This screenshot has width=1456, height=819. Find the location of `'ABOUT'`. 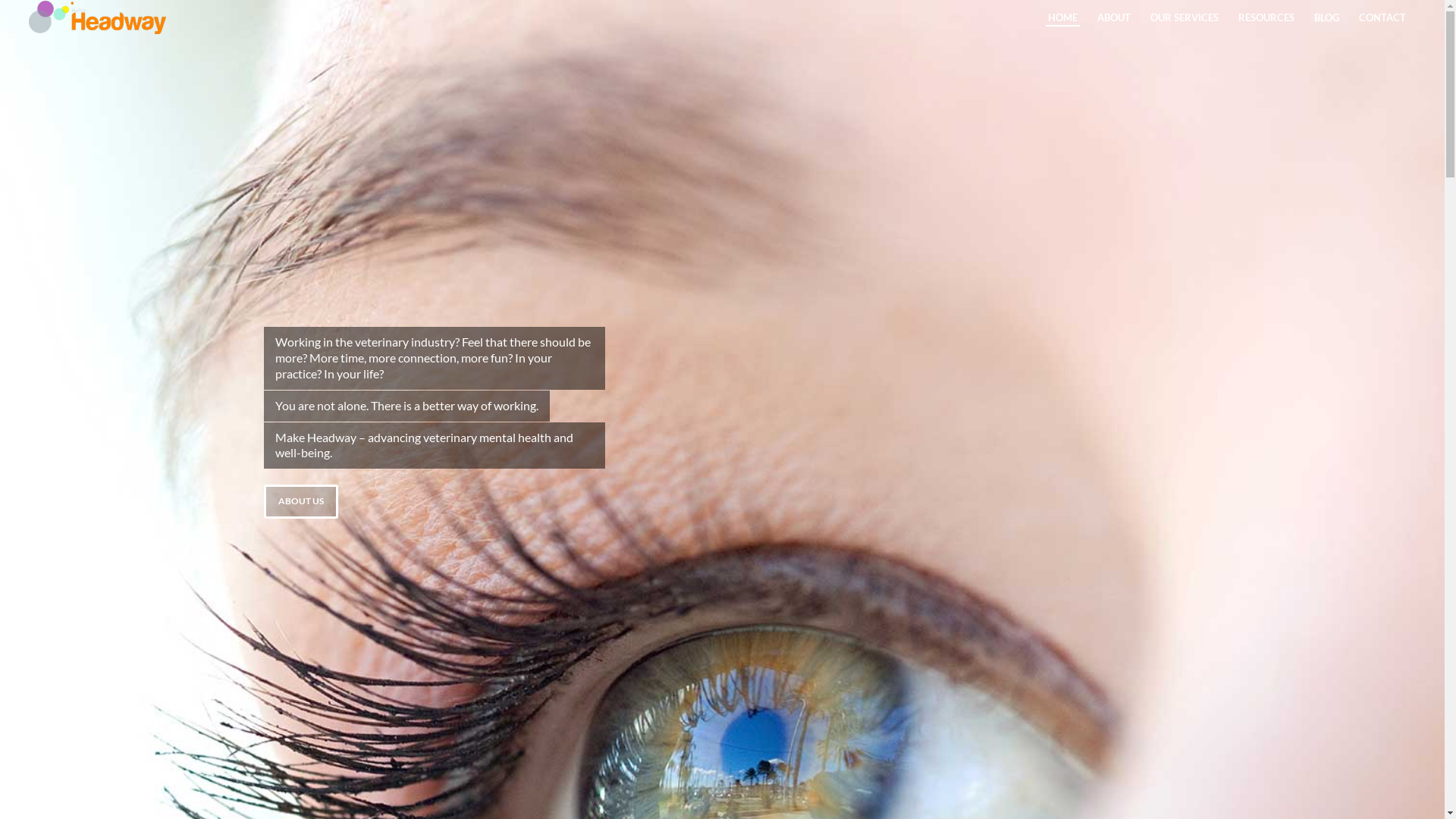

'ABOUT' is located at coordinates (1087, 17).